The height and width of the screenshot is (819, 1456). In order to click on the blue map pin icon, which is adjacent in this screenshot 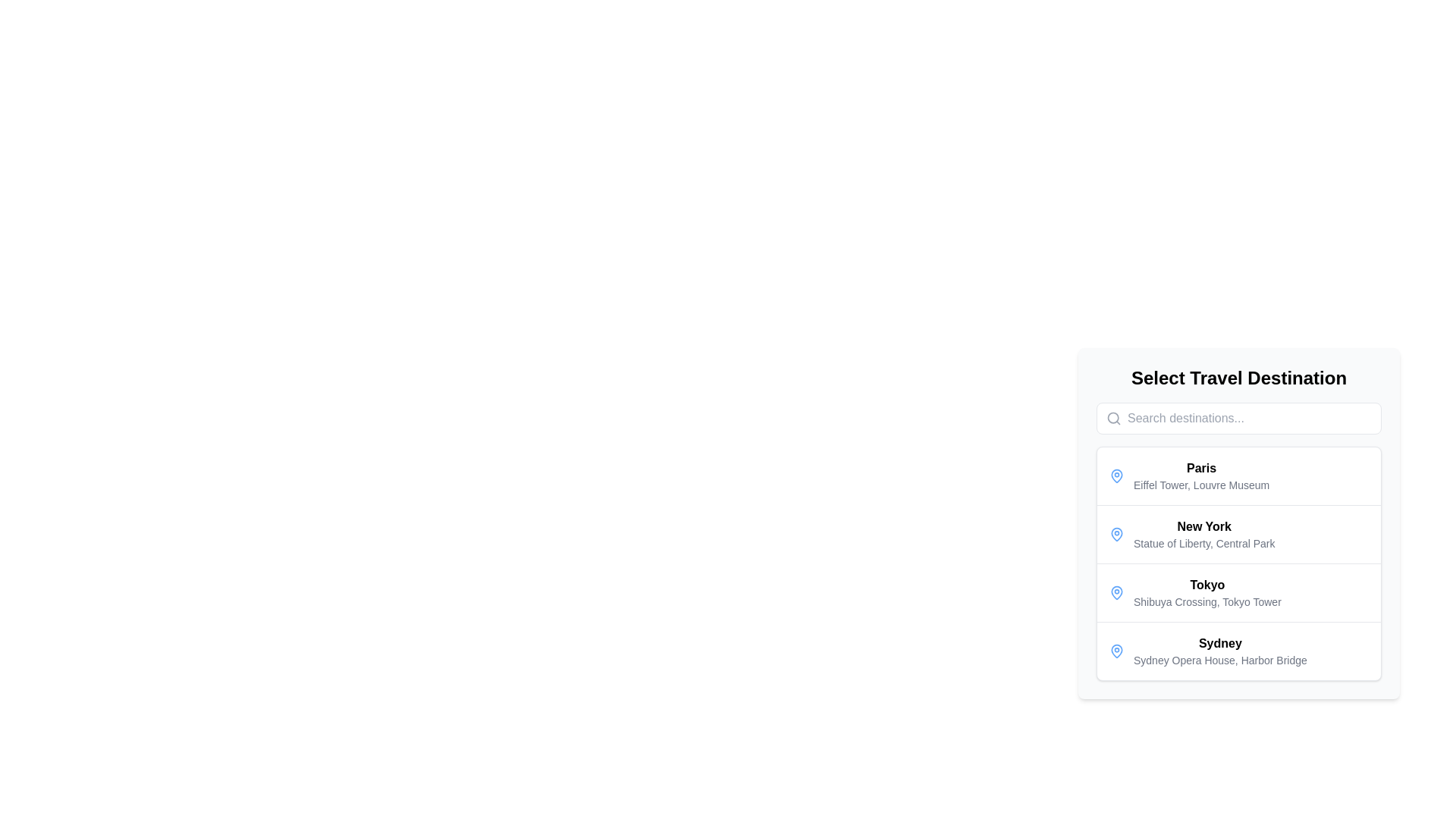, I will do `click(1117, 649)`.